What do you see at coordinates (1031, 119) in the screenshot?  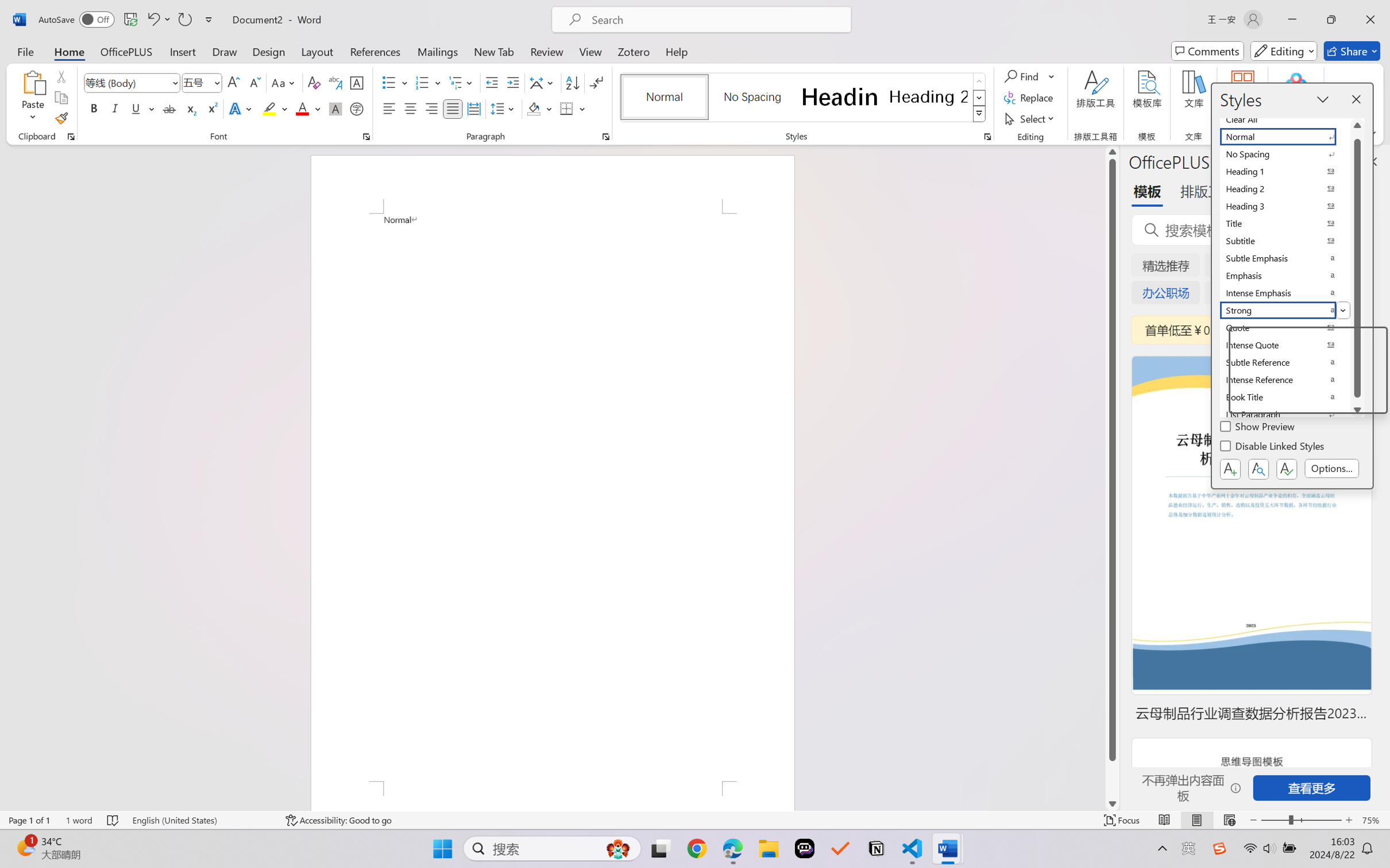 I see `'Select'` at bounding box center [1031, 119].